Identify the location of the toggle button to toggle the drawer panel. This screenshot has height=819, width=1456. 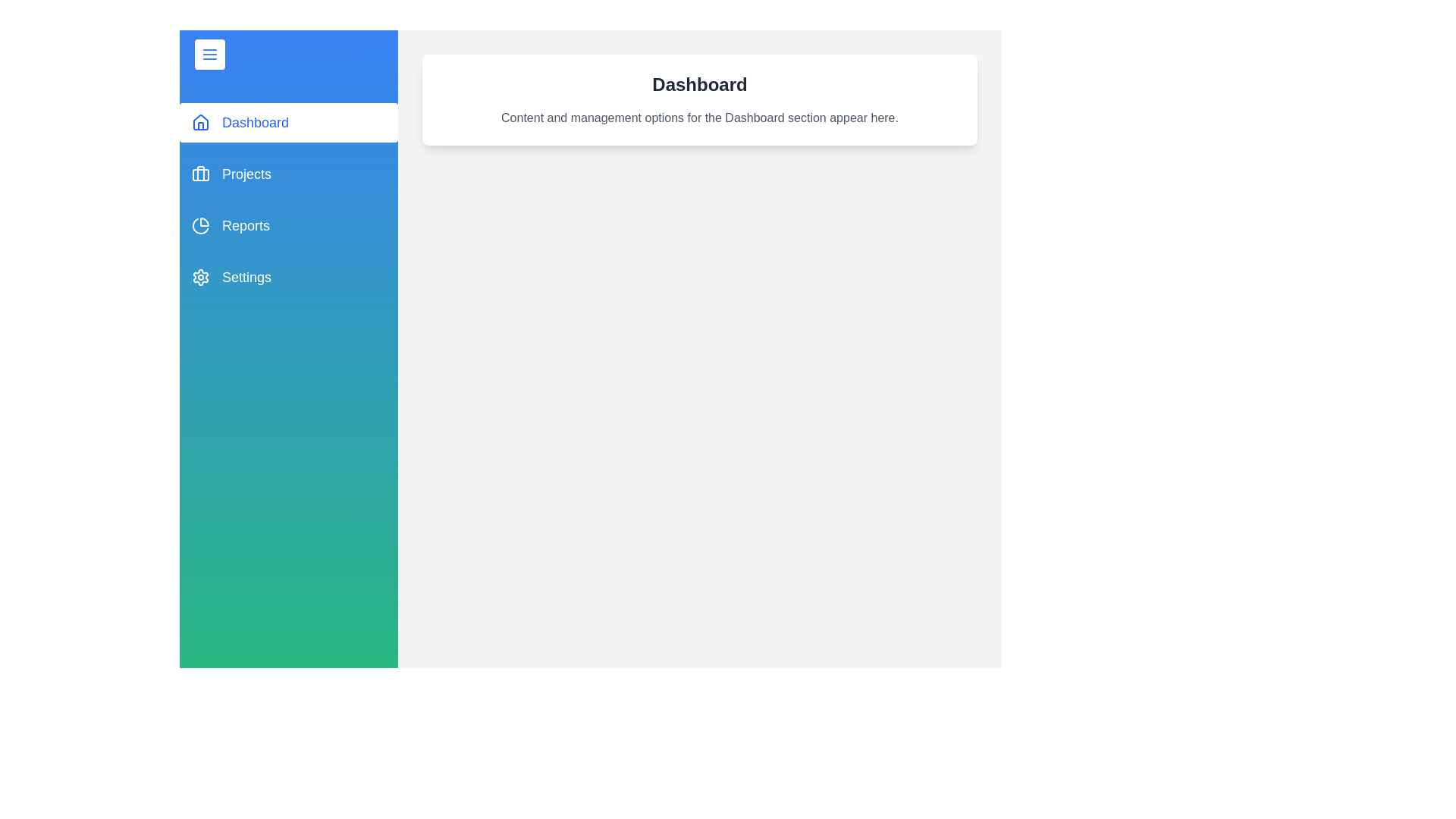
(209, 54).